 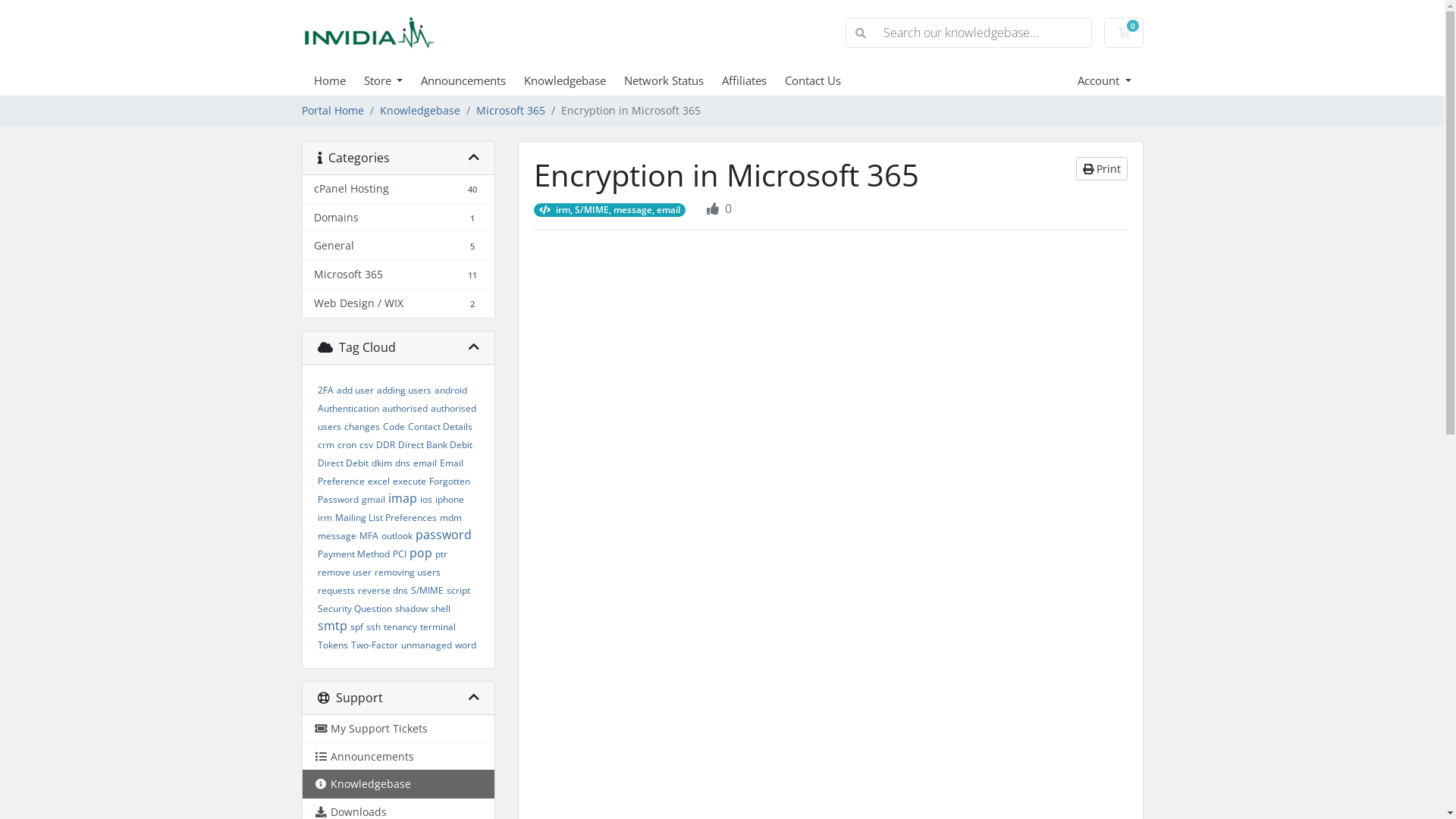 What do you see at coordinates (331, 645) in the screenshot?
I see `'Tokens'` at bounding box center [331, 645].